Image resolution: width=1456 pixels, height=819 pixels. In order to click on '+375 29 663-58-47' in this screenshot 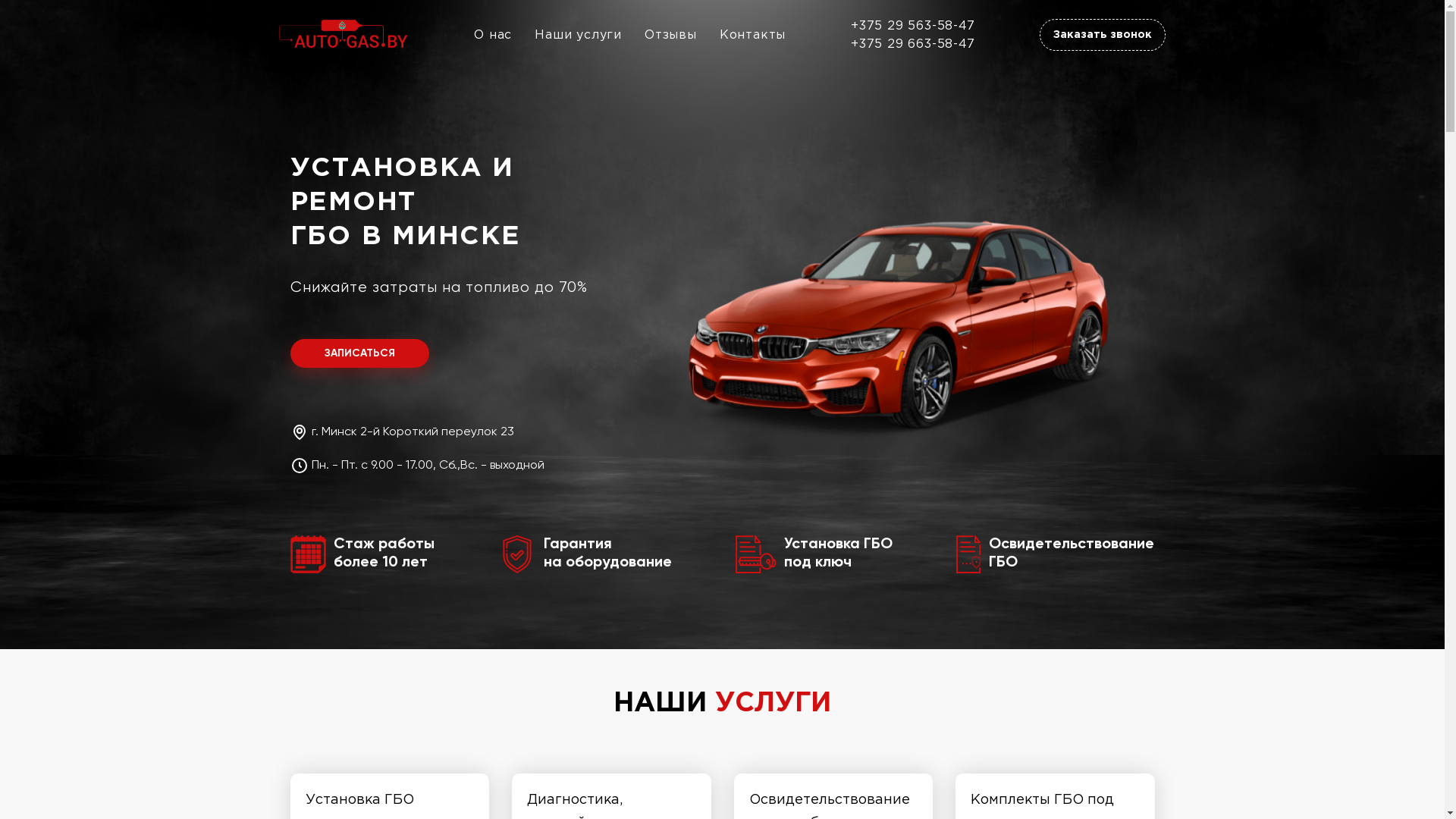, I will do `click(912, 42)`.